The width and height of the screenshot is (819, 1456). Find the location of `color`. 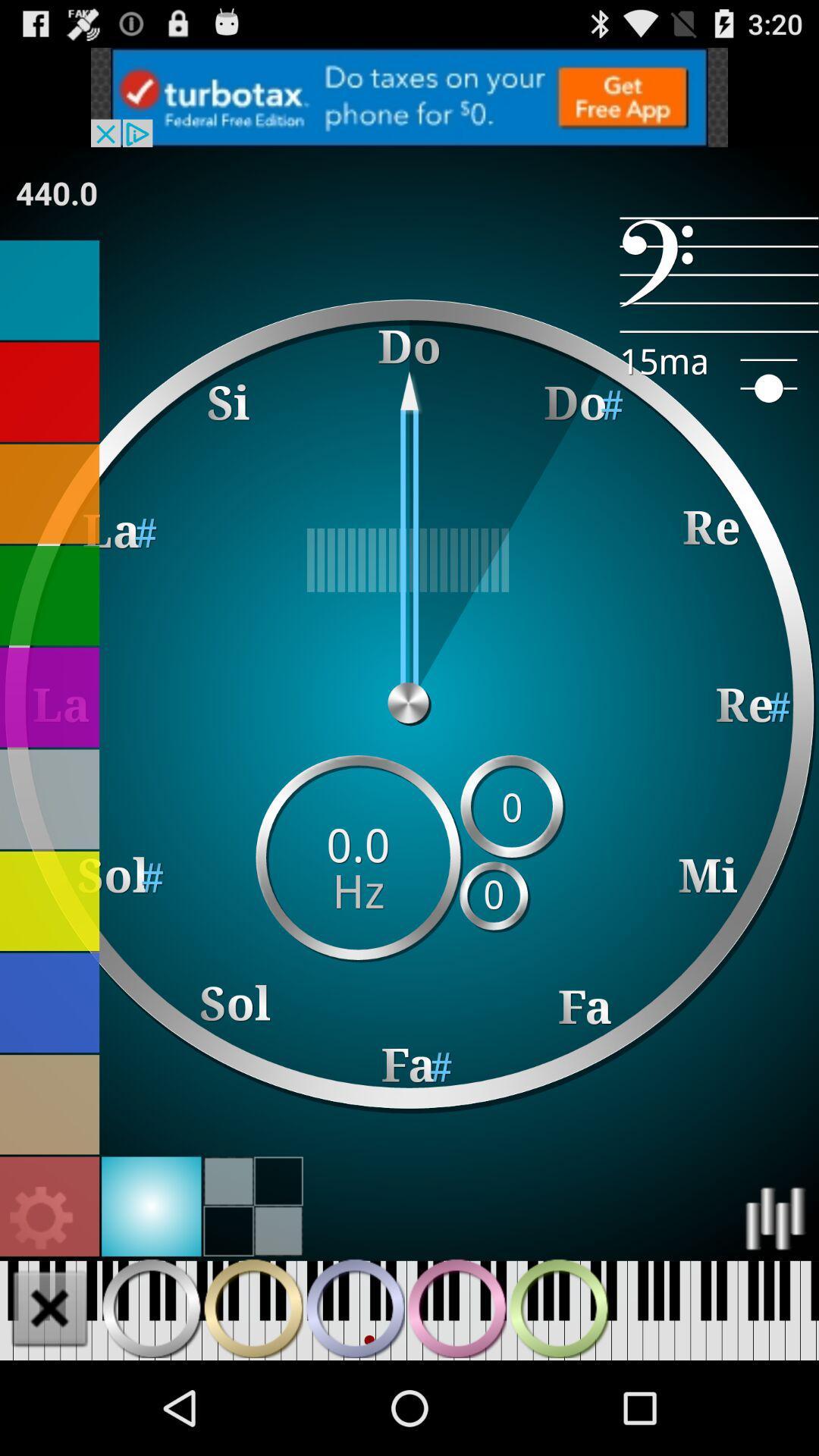

color is located at coordinates (49, 799).